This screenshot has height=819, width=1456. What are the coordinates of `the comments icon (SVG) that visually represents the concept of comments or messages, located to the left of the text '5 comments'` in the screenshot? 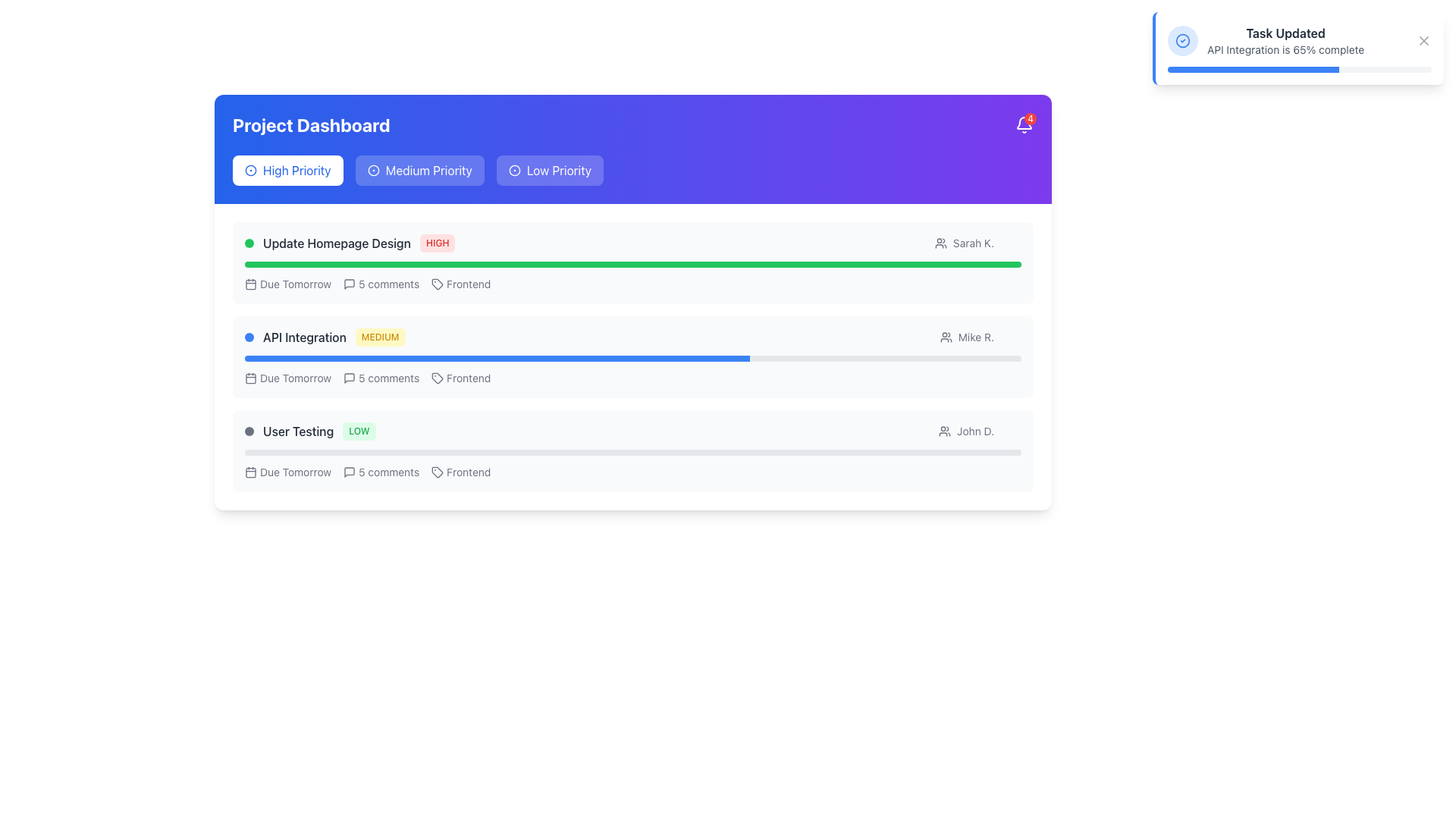 It's located at (349, 284).